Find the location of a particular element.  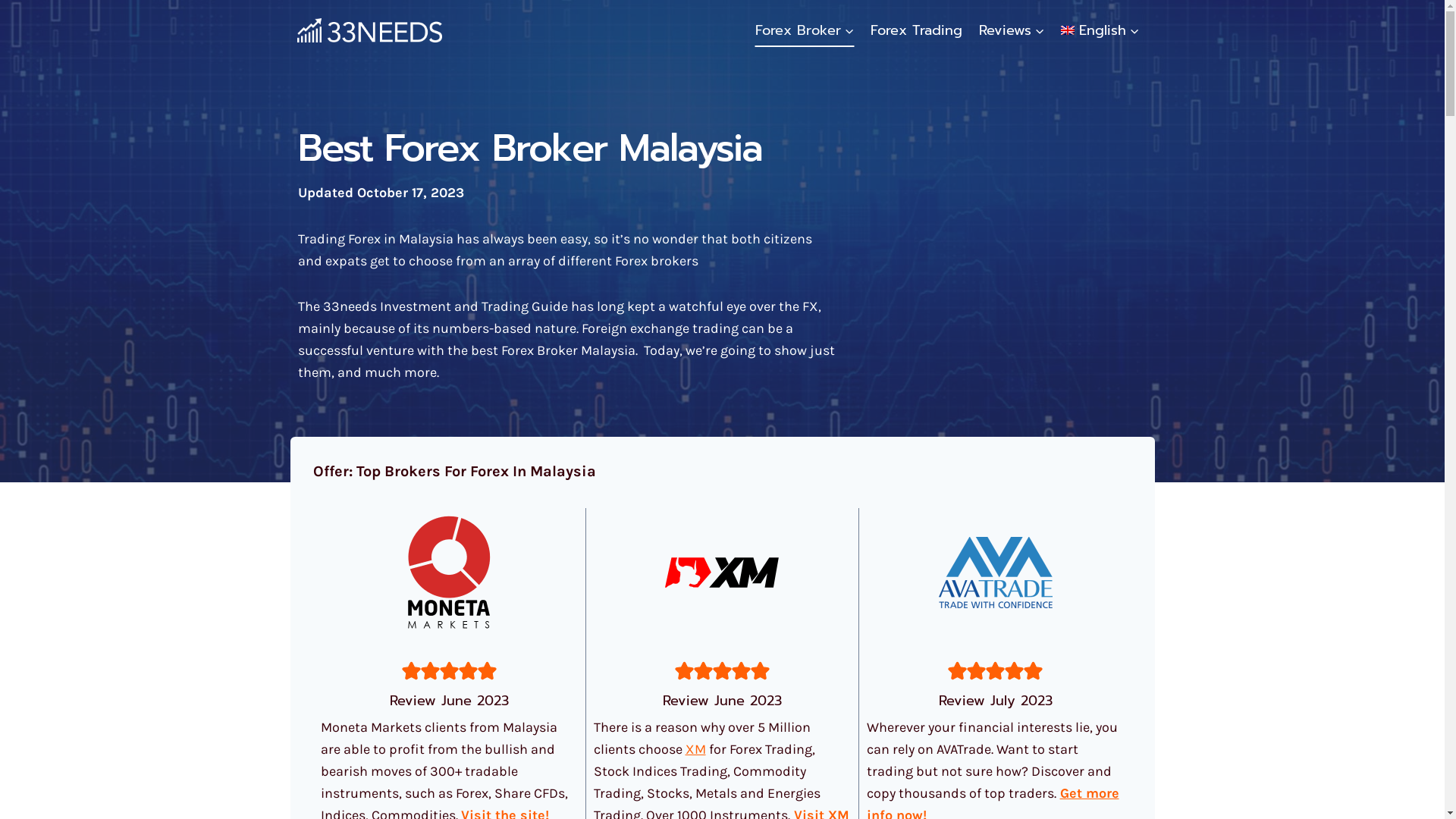

'English' is located at coordinates (1052, 30).